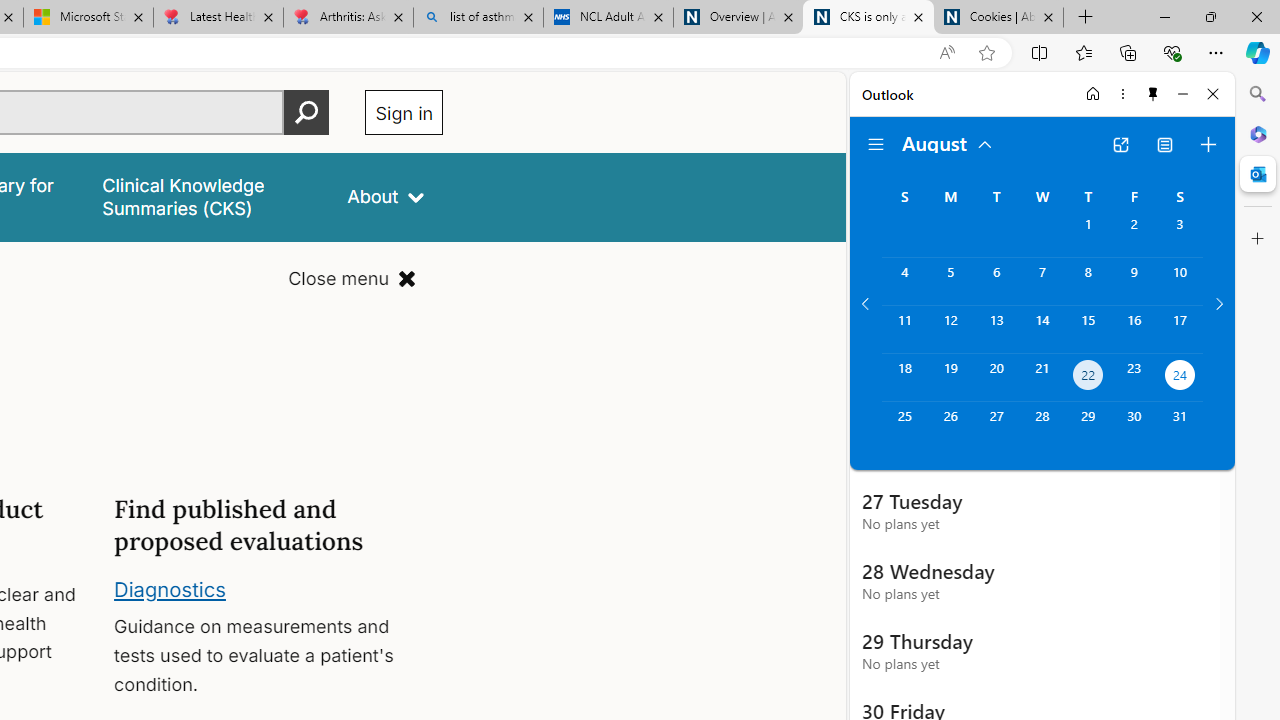  What do you see at coordinates (1180, 281) in the screenshot?
I see `'Saturday, August 10, 2024. '` at bounding box center [1180, 281].